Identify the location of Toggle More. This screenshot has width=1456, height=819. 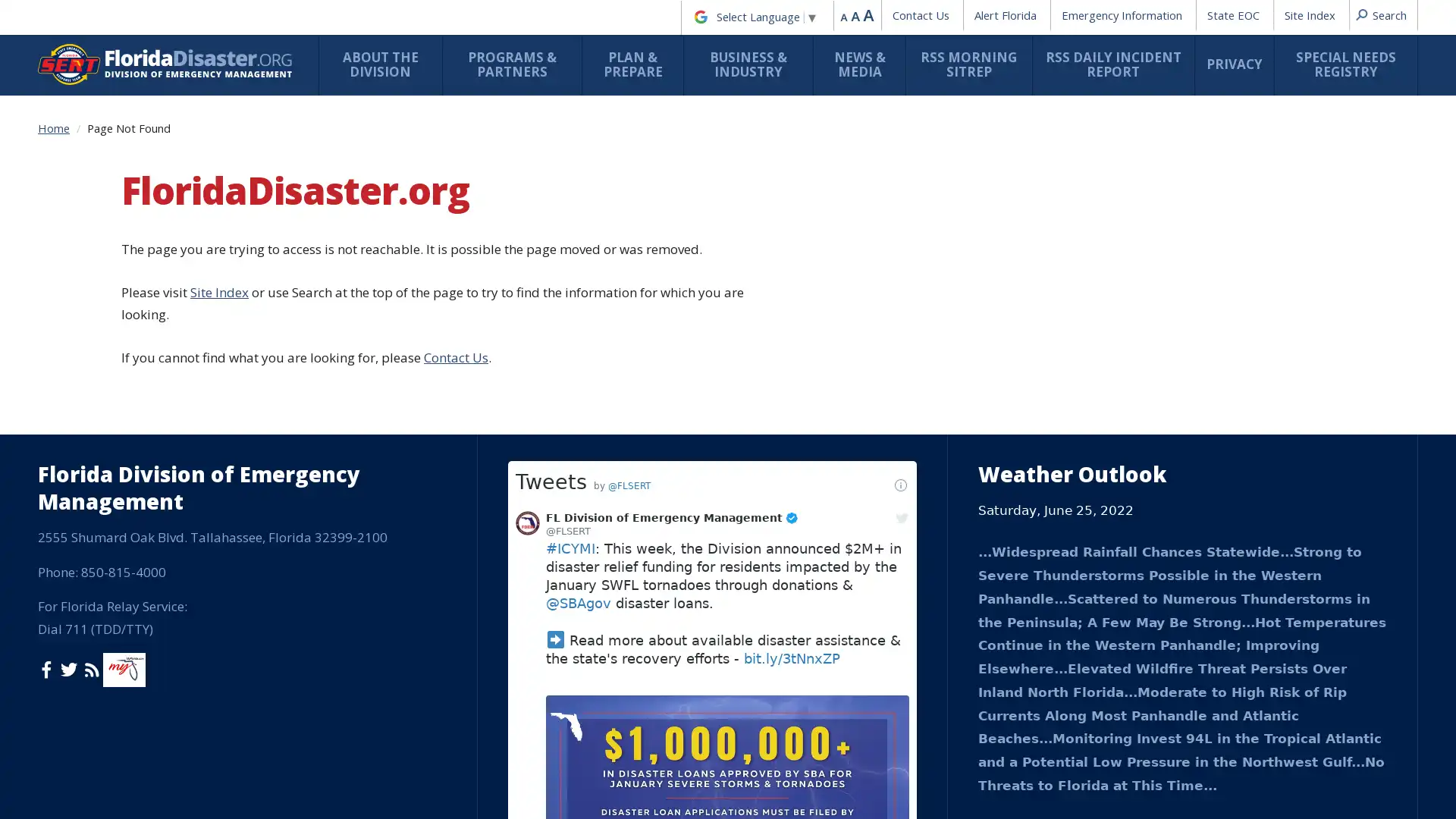
(455, 175).